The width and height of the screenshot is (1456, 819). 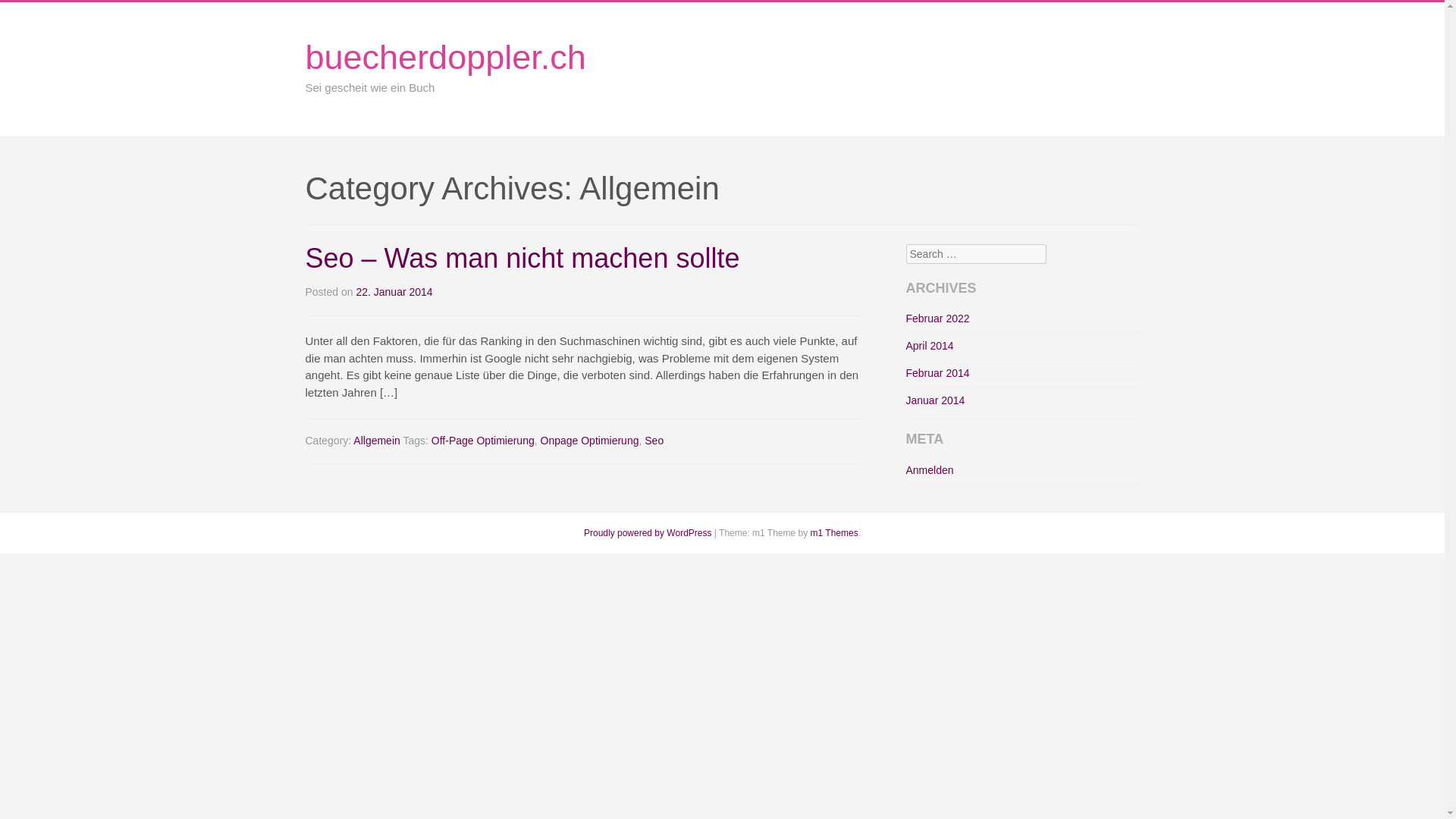 What do you see at coordinates (833, 532) in the screenshot?
I see `'m1 Themes'` at bounding box center [833, 532].